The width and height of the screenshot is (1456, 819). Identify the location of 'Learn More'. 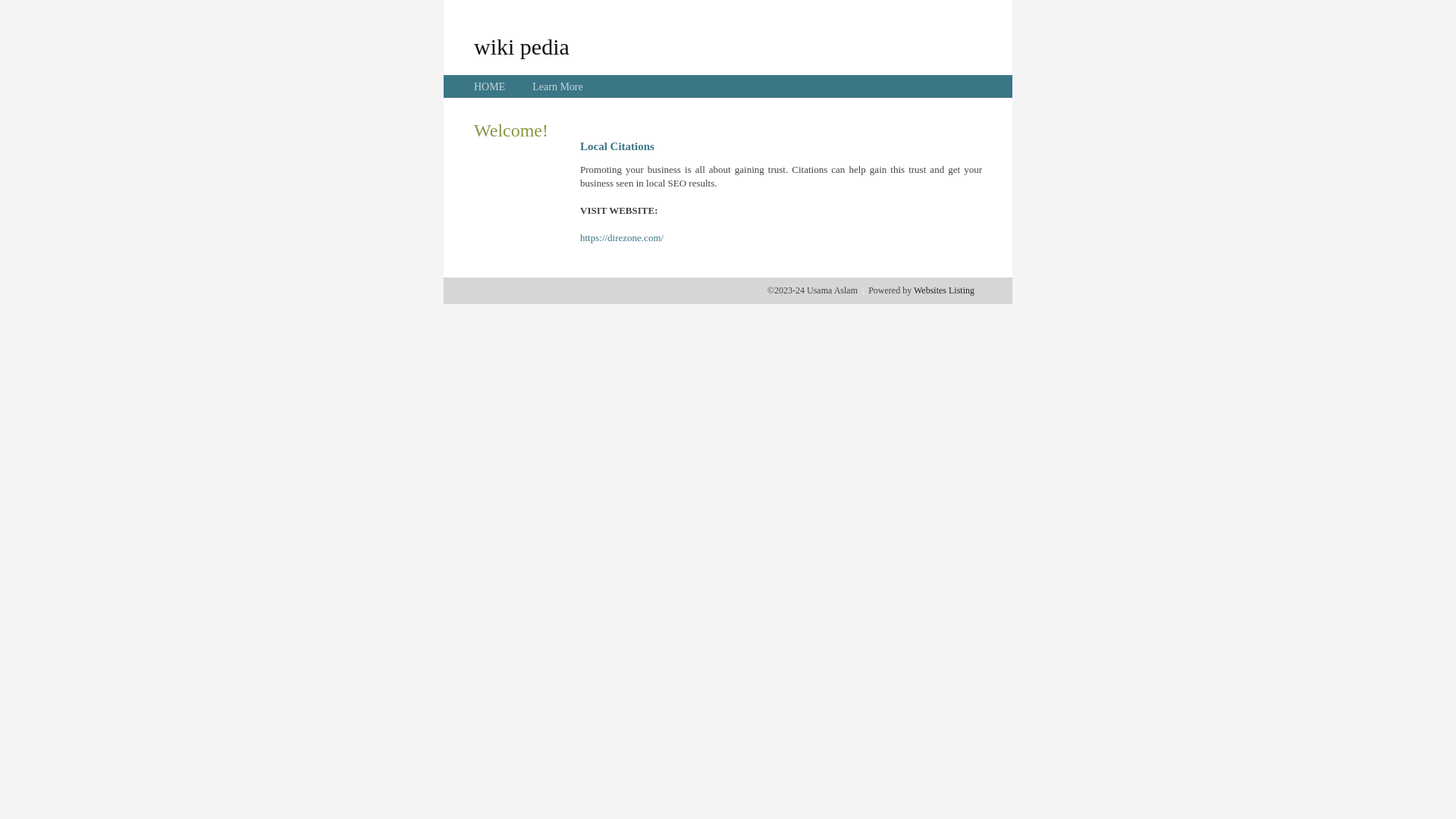
(532, 86).